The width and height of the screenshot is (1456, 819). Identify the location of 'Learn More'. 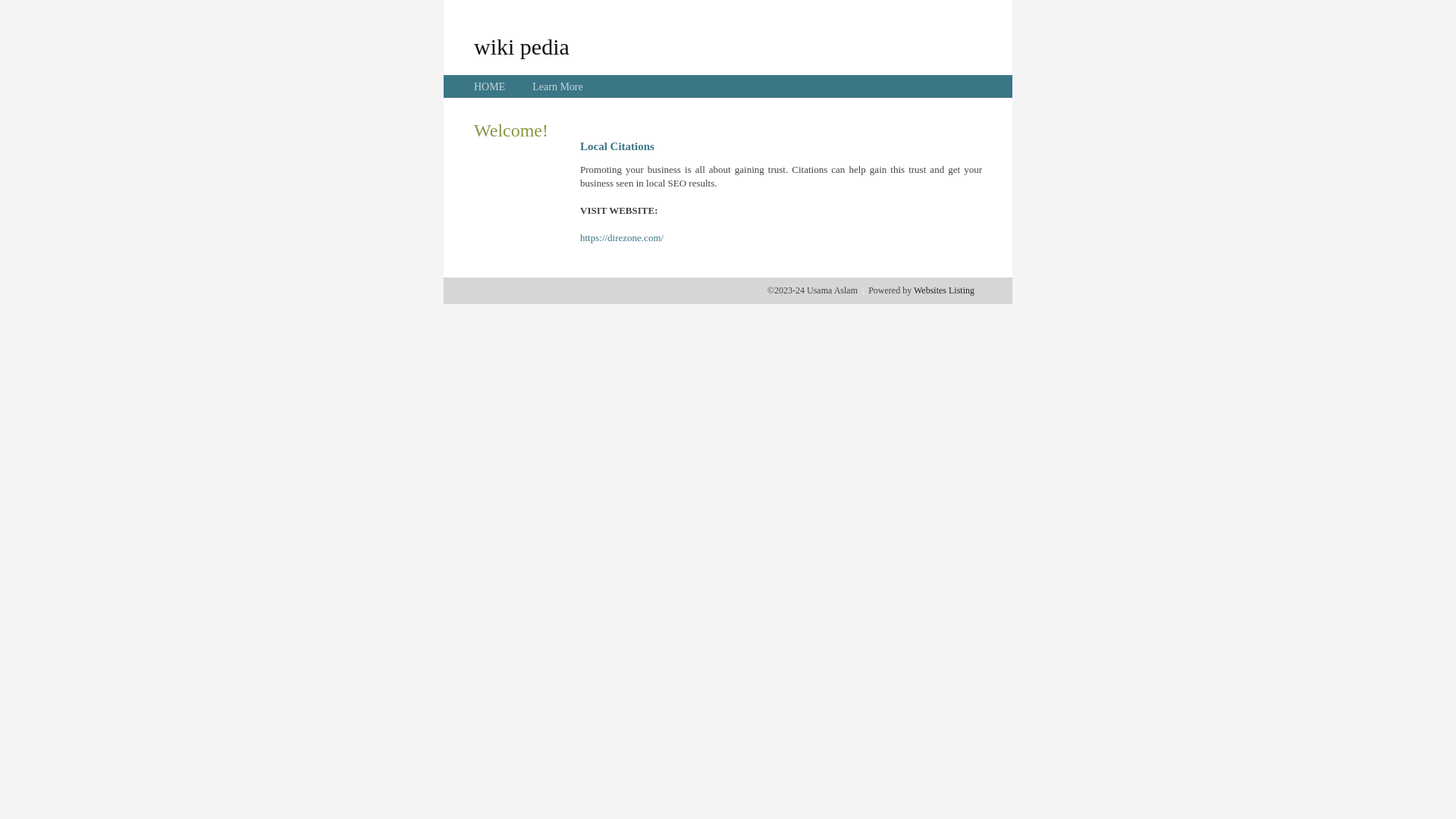
(532, 86).